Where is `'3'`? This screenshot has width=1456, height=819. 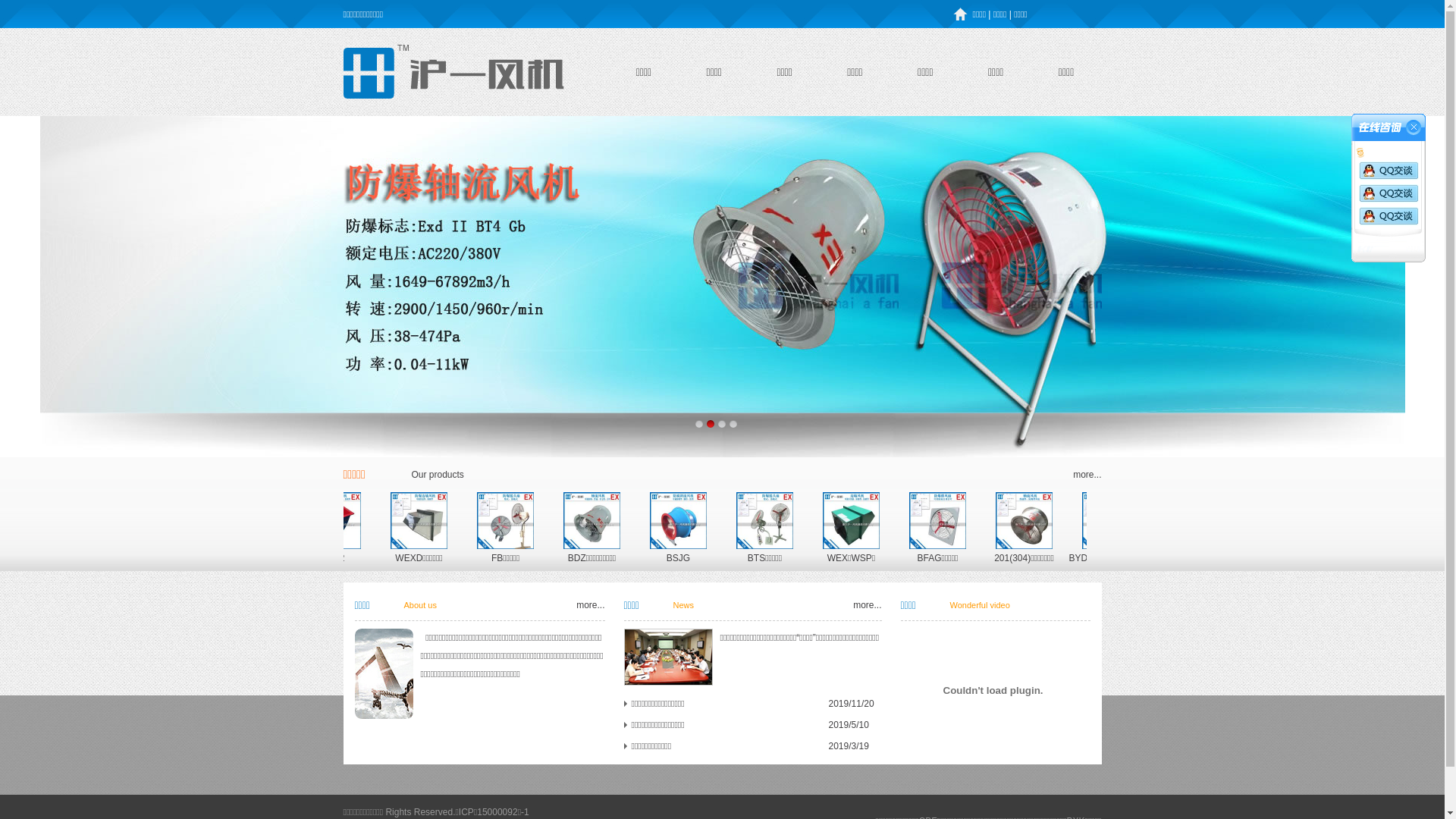 '3' is located at coordinates (720, 423).